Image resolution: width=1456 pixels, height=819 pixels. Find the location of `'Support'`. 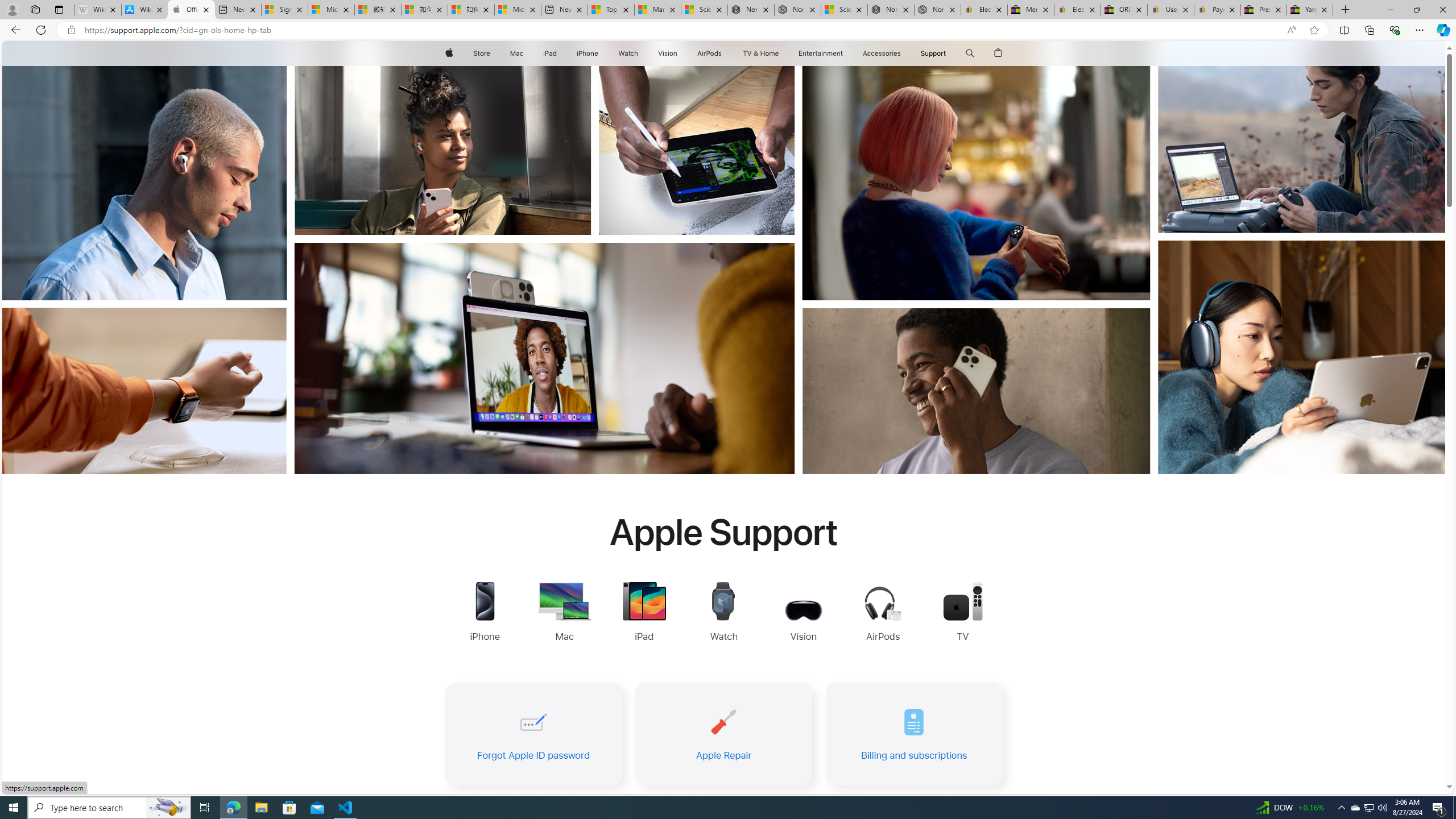

'Support' is located at coordinates (932, 53).